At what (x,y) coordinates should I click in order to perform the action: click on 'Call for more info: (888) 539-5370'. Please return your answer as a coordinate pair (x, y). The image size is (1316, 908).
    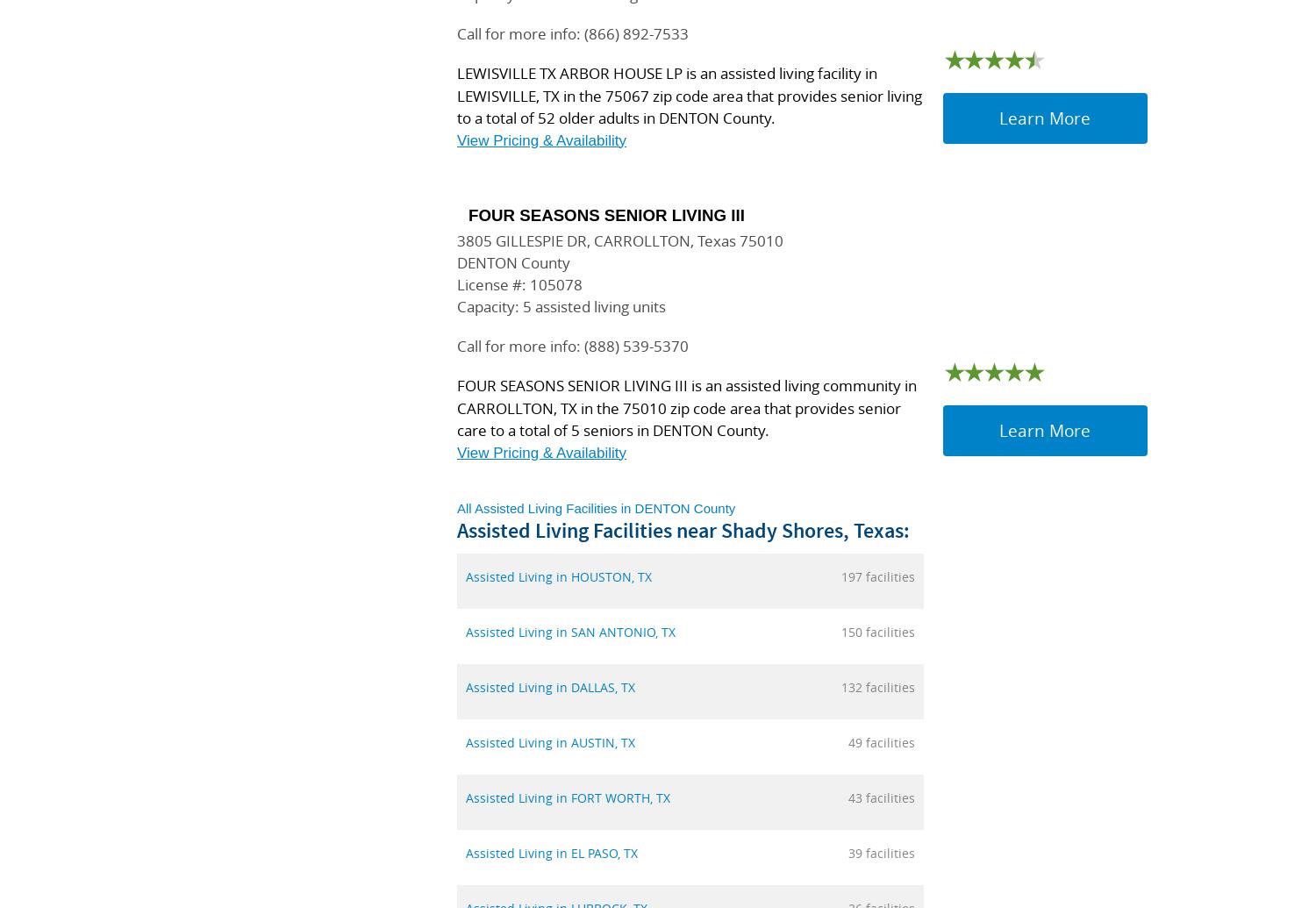
    Looking at the image, I should click on (456, 346).